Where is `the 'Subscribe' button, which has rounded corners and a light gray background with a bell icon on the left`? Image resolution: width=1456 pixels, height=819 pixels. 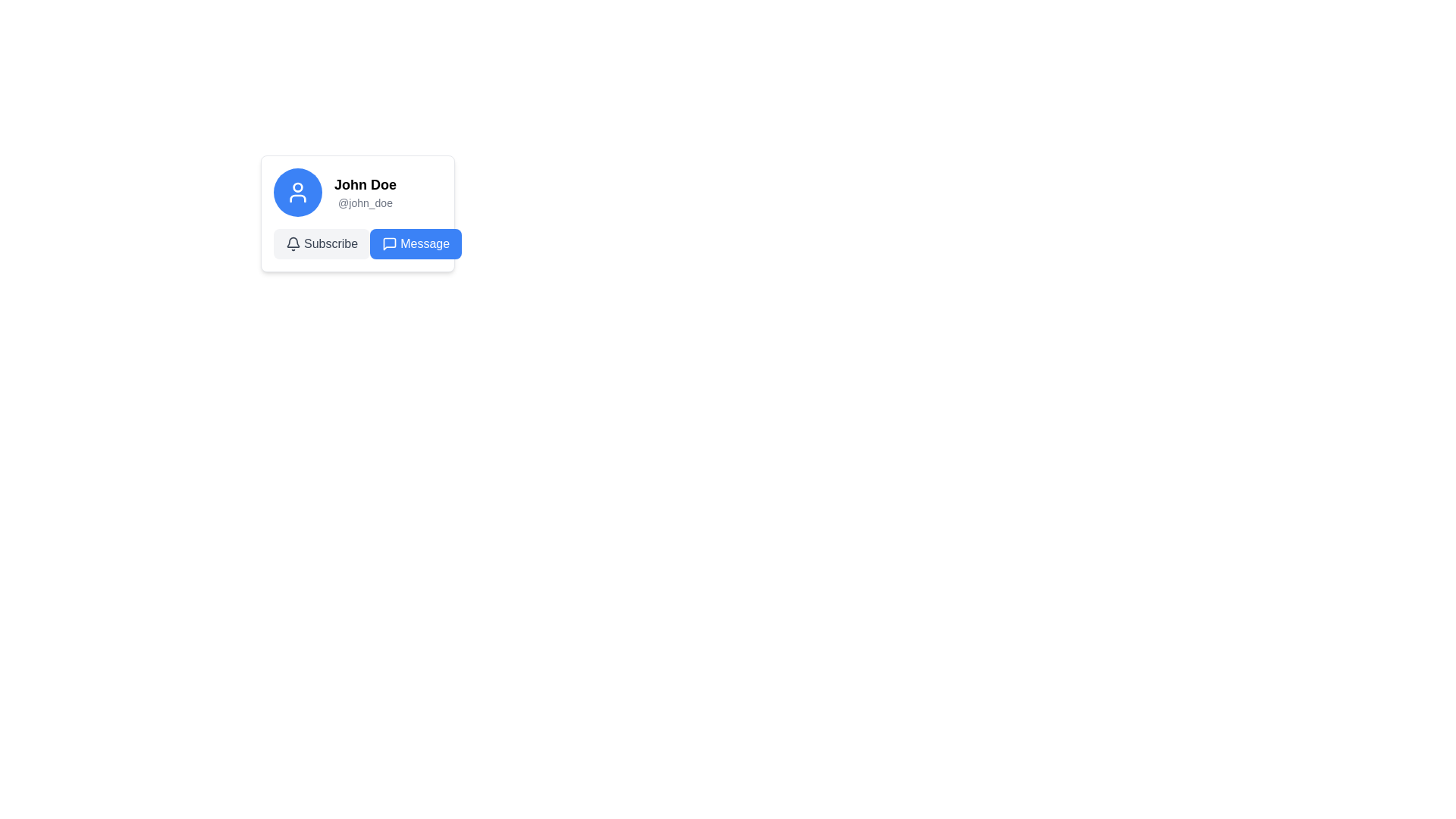
the 'Subscribe' button, which has rounded corners and a light gray background with a bell icon on the left is located at coordinates (321, 243).